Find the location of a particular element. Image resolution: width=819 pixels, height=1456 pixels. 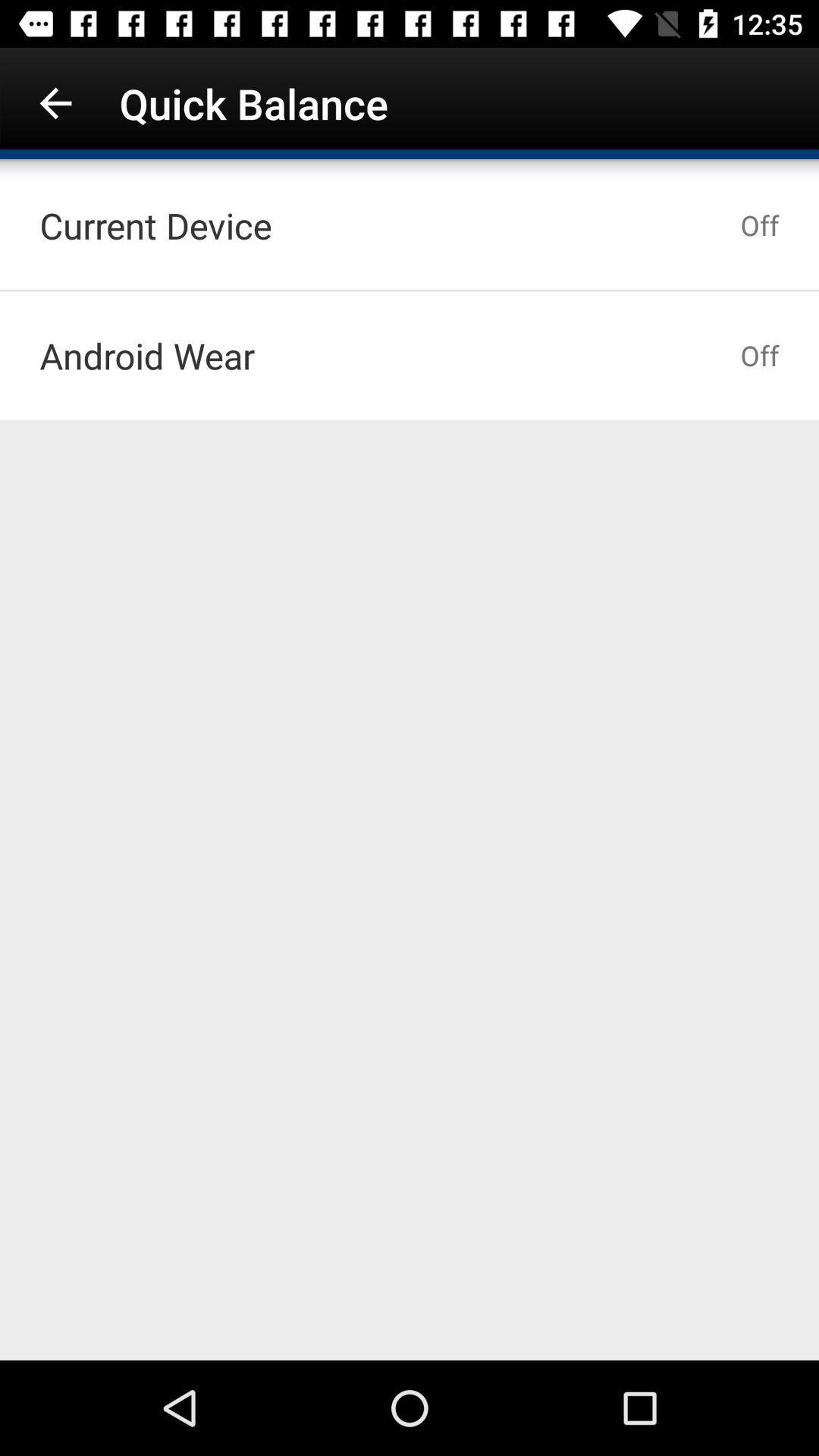

the item next to the quick balance app is located at coordinates (55, 102).